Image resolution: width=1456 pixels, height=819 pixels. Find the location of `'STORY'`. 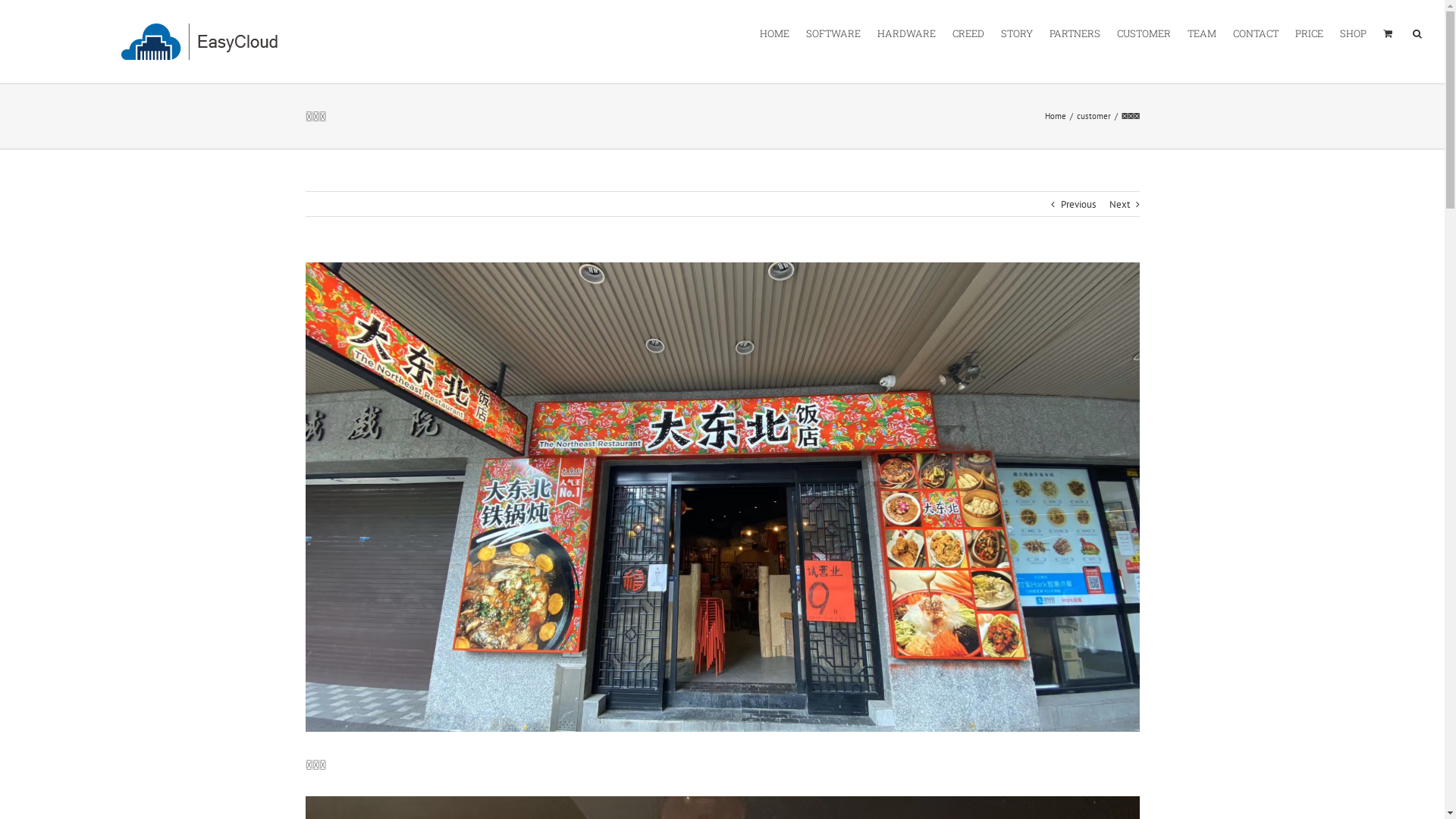

'STORY' is located at coordinates (1016, 32).